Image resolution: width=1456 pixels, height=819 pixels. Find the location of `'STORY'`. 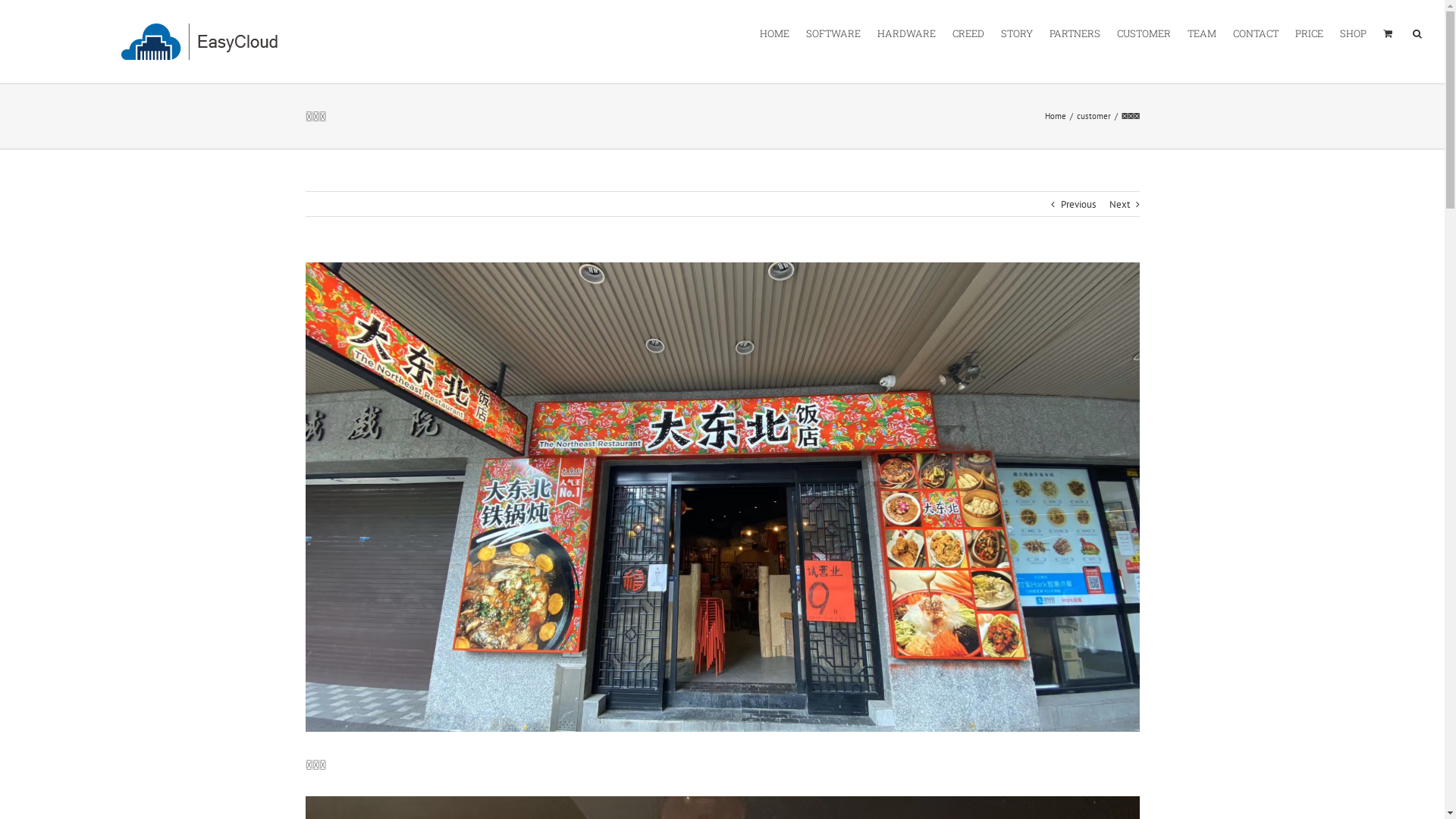

'STORY' is located at coordinates (1016, 32).